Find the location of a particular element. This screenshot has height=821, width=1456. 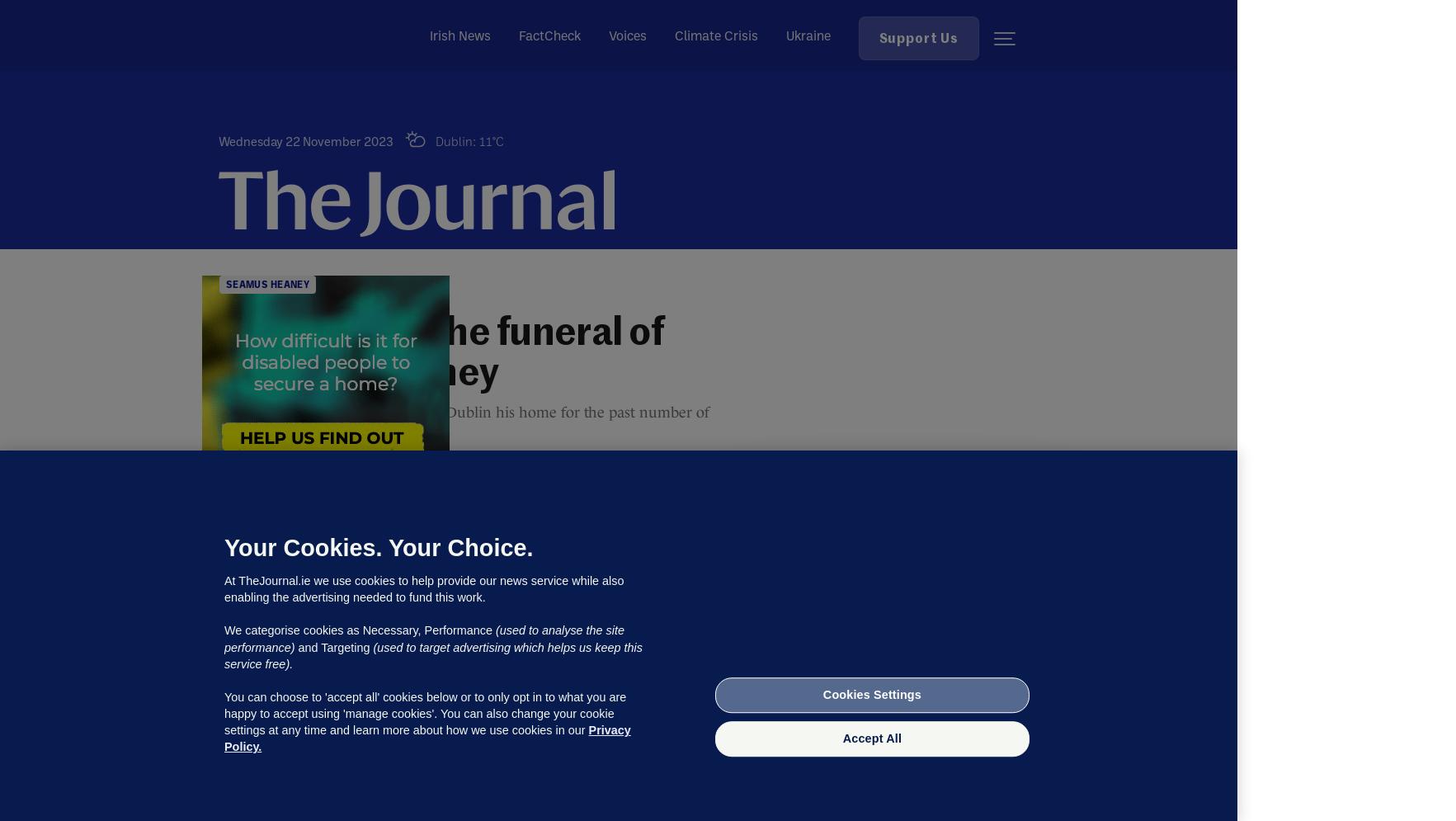

'12' is located at coordinates (312, 484).